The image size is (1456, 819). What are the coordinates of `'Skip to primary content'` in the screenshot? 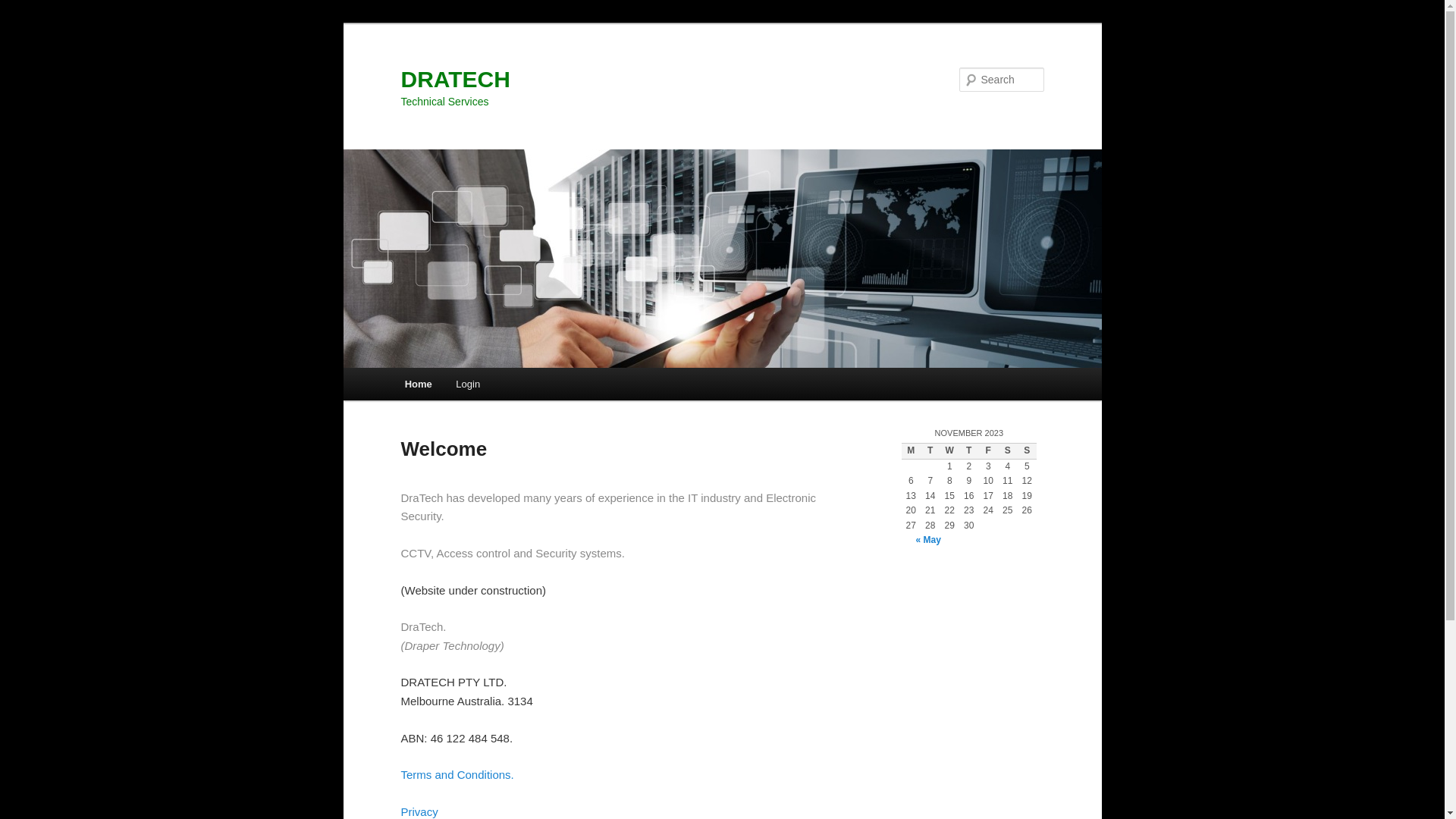 It's located at (23, 23).